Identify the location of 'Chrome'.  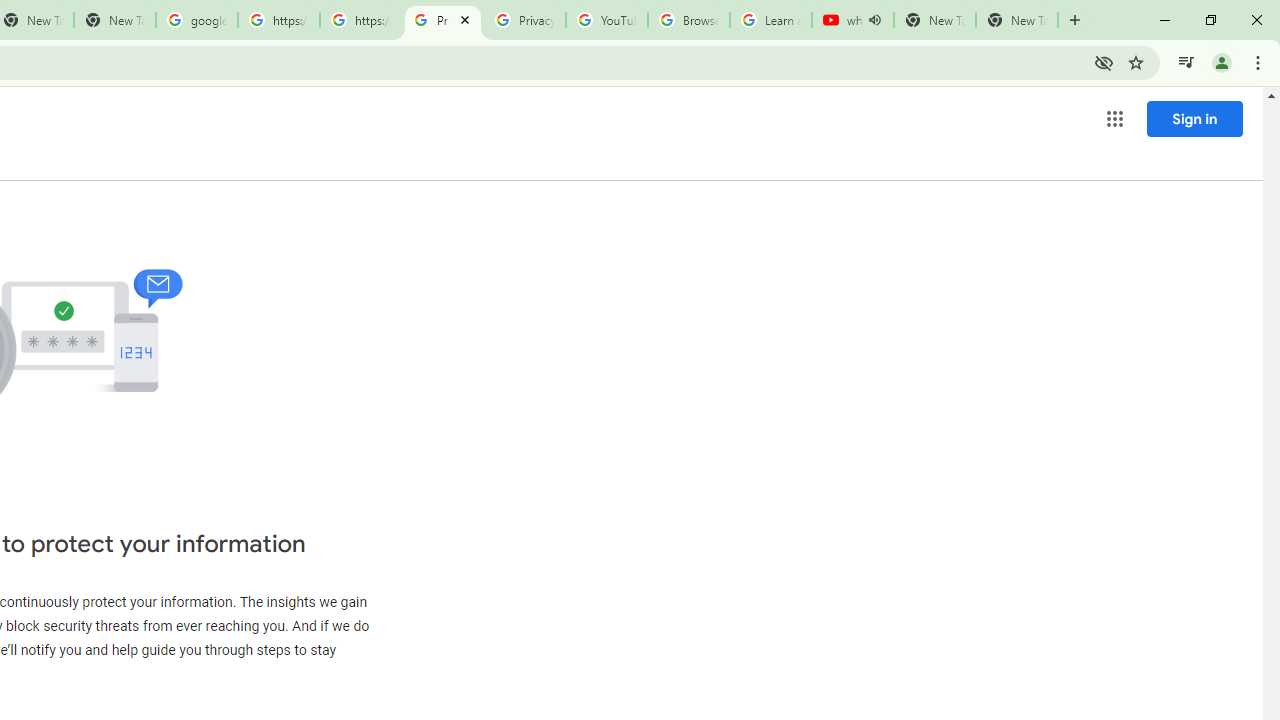
(1259, 61).